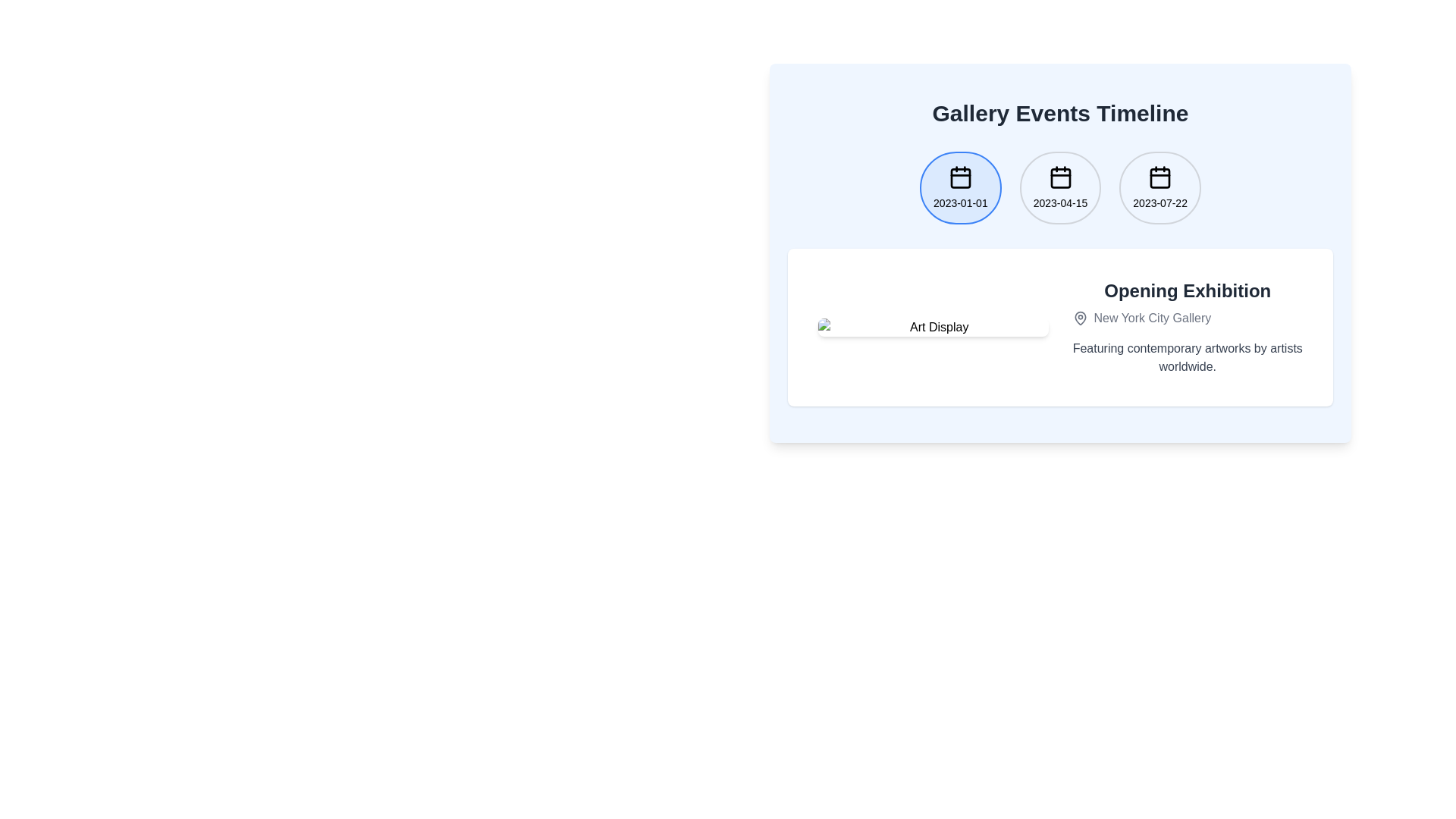 This screenshot has width=1456, height=819. Describe the element at coordinates (959, 202) in the screenshot. I see `text label displaying the date '2023-01-01' which is part of a highlighted circular card located below a calendar icon in a timeline view` at that location.